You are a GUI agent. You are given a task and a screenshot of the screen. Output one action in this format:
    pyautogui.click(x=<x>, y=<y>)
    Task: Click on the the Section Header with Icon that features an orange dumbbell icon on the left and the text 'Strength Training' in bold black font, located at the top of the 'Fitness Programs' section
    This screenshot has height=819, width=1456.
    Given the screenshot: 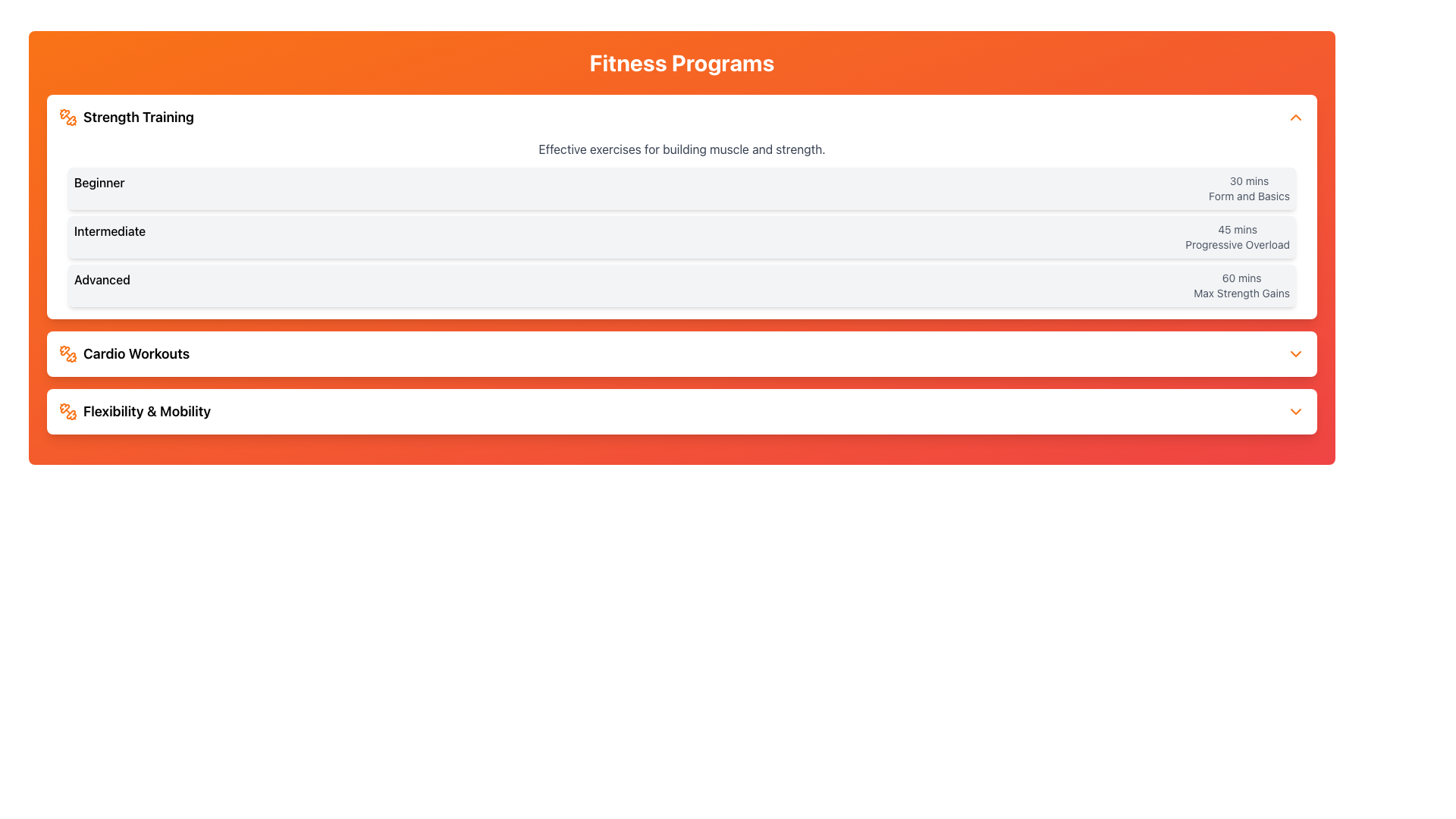 What is the action you would take?
    pyautogui.click(x=127, y=116)
    